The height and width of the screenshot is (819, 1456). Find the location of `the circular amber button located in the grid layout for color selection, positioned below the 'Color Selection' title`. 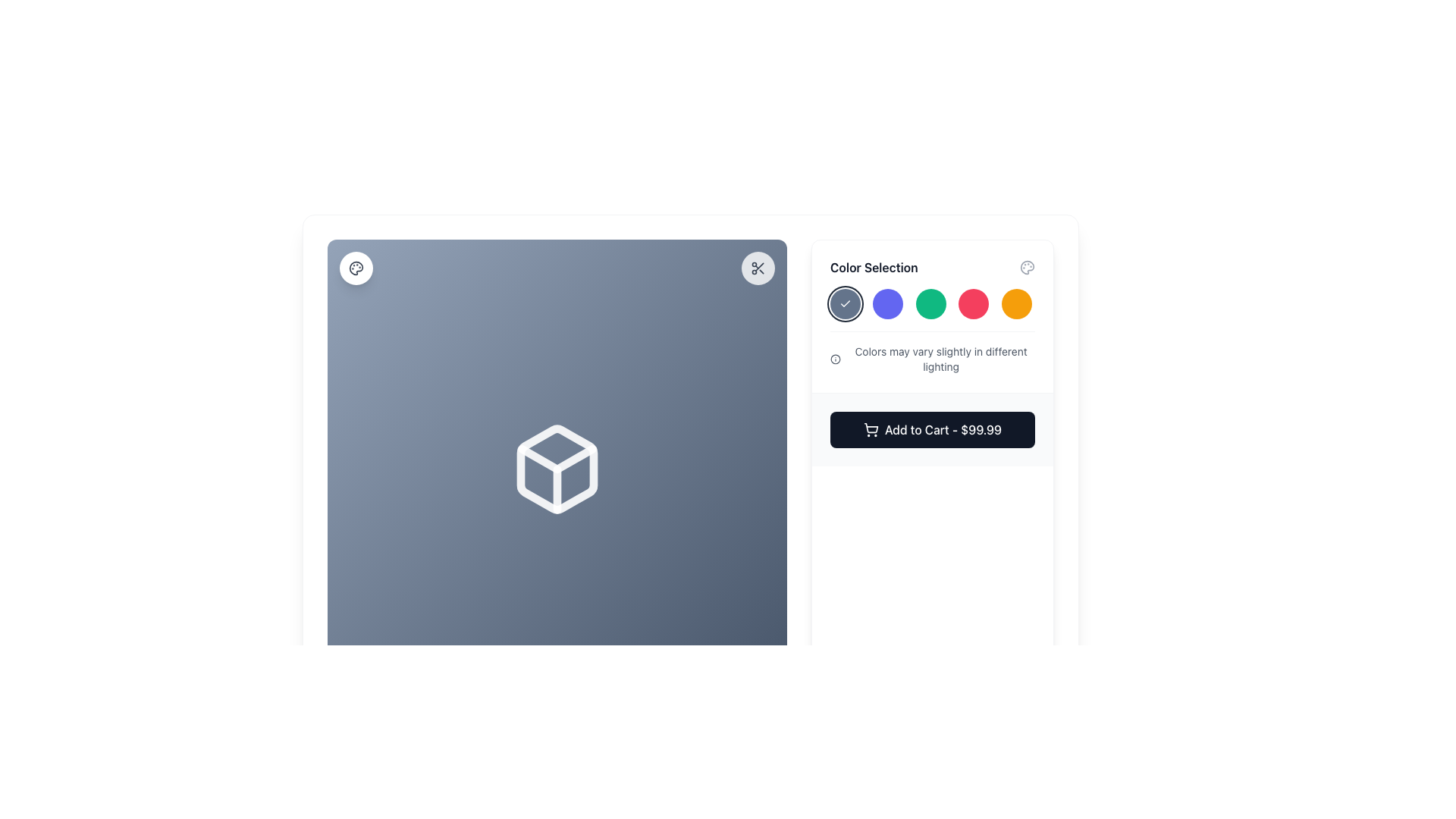

the circular amber button located in the grid layout for color selection, positioned below the 'Color Selection' title is located at coordinates (1016, 304).